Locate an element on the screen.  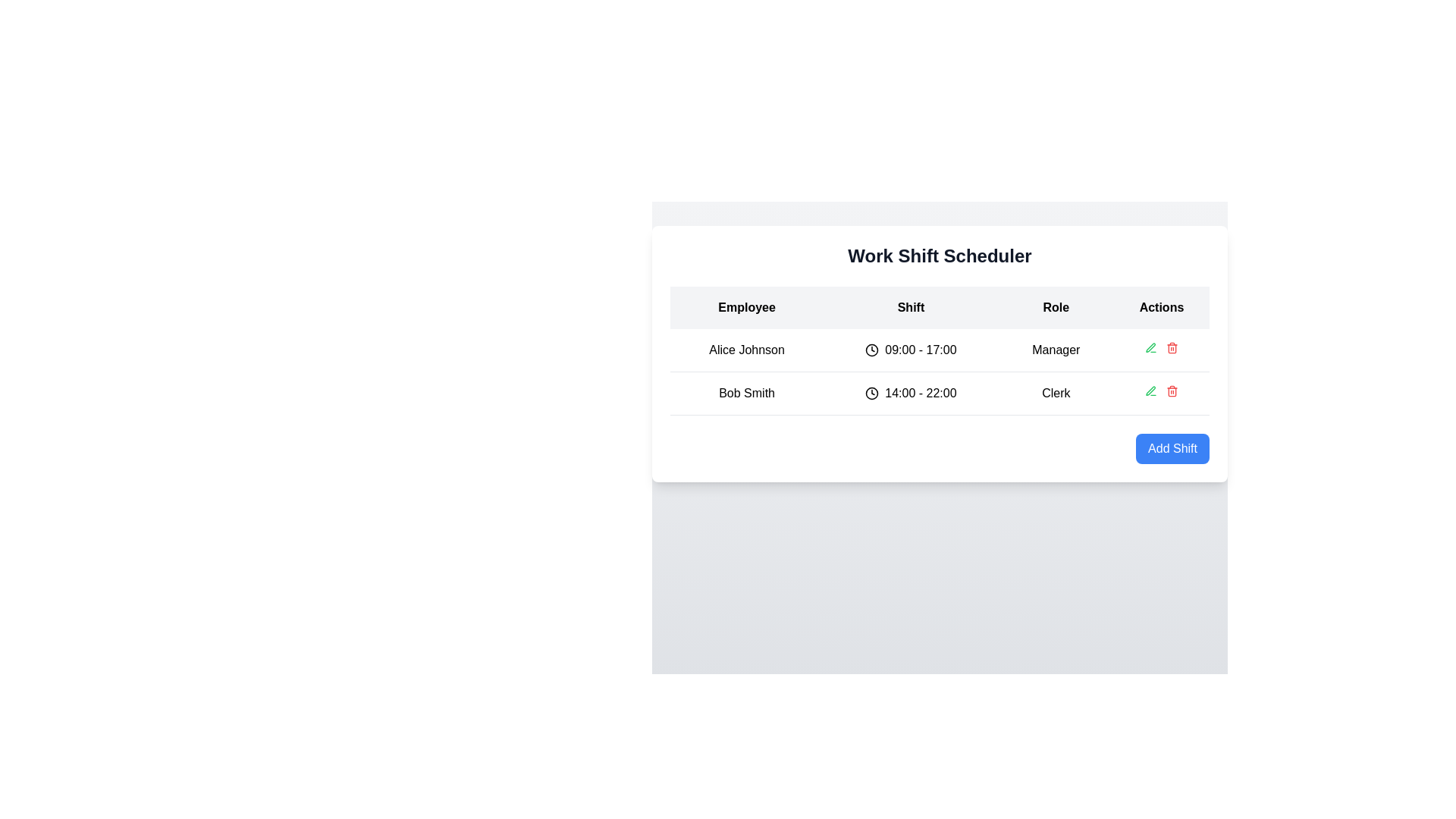
the text label indicating the role 'Clerk' assigned to employee Bob Smith for the shift '14:00 - 22:00' is located at coordinates (1055, 393).